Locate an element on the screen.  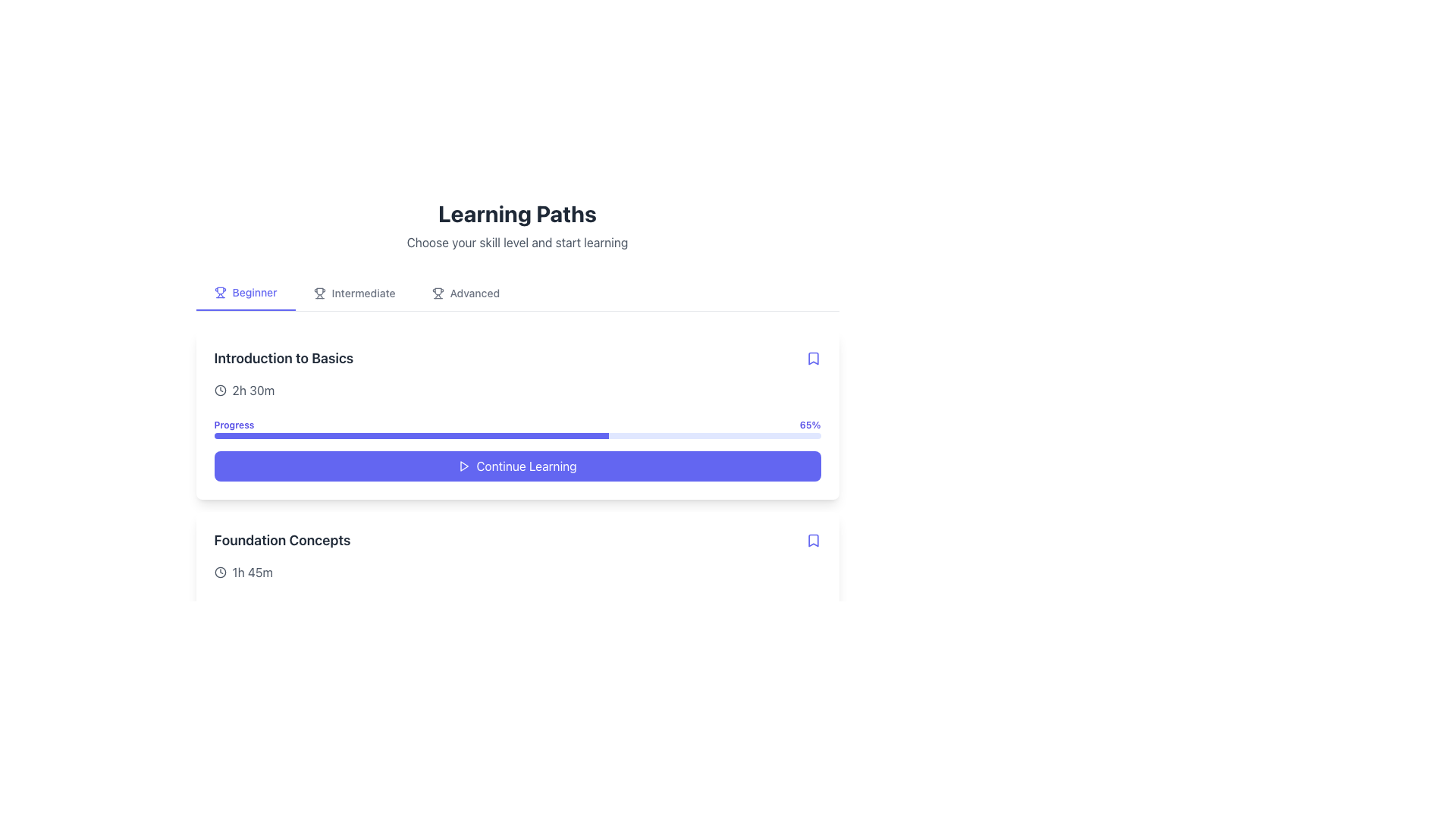
progress bar is located at coordinates (620, 435).